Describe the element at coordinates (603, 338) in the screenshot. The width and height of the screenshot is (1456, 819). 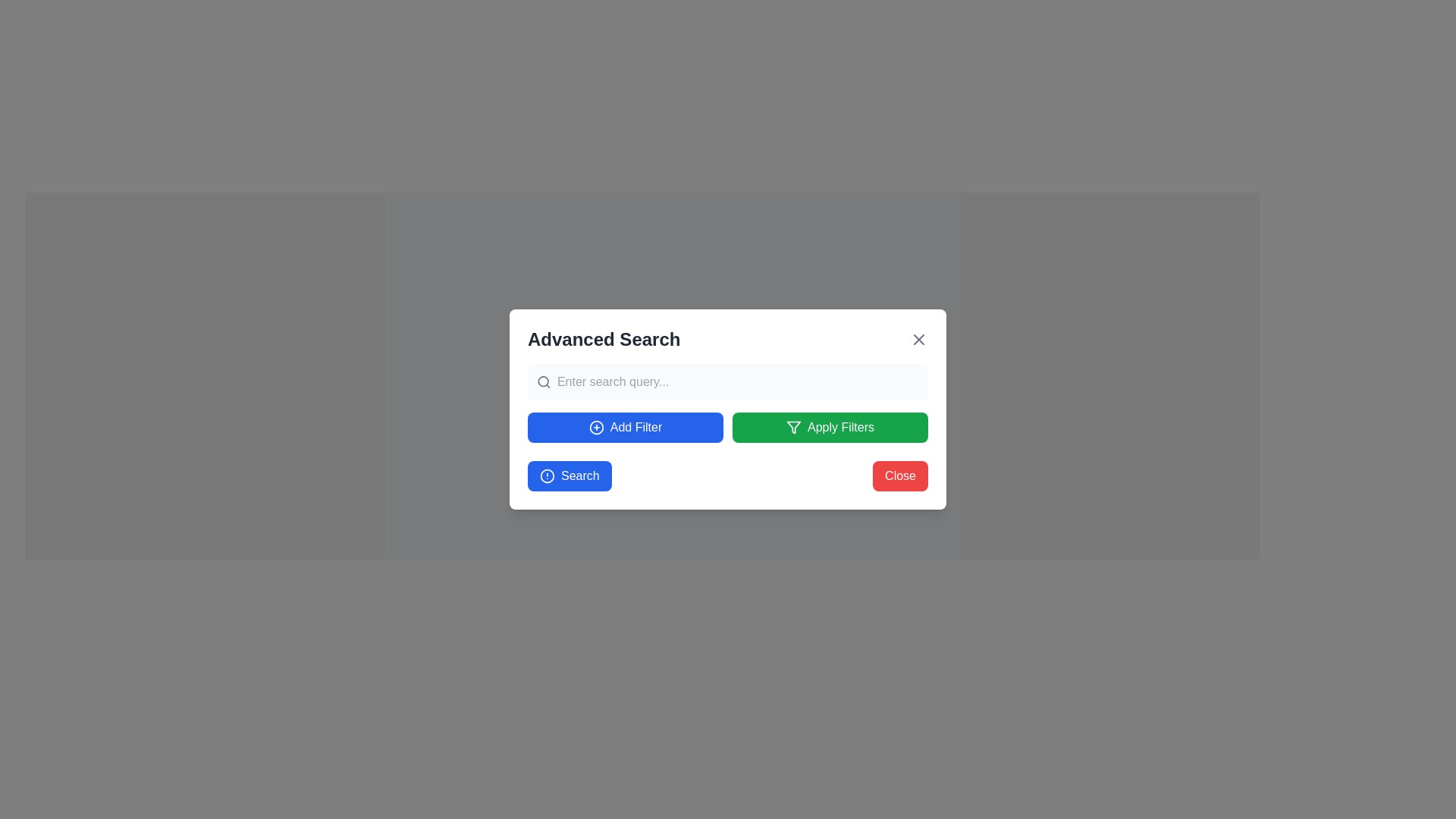
I see `the bold text label 'Advanced Search', which is prominently positioned at the top left corner of the dialog box` at that location.